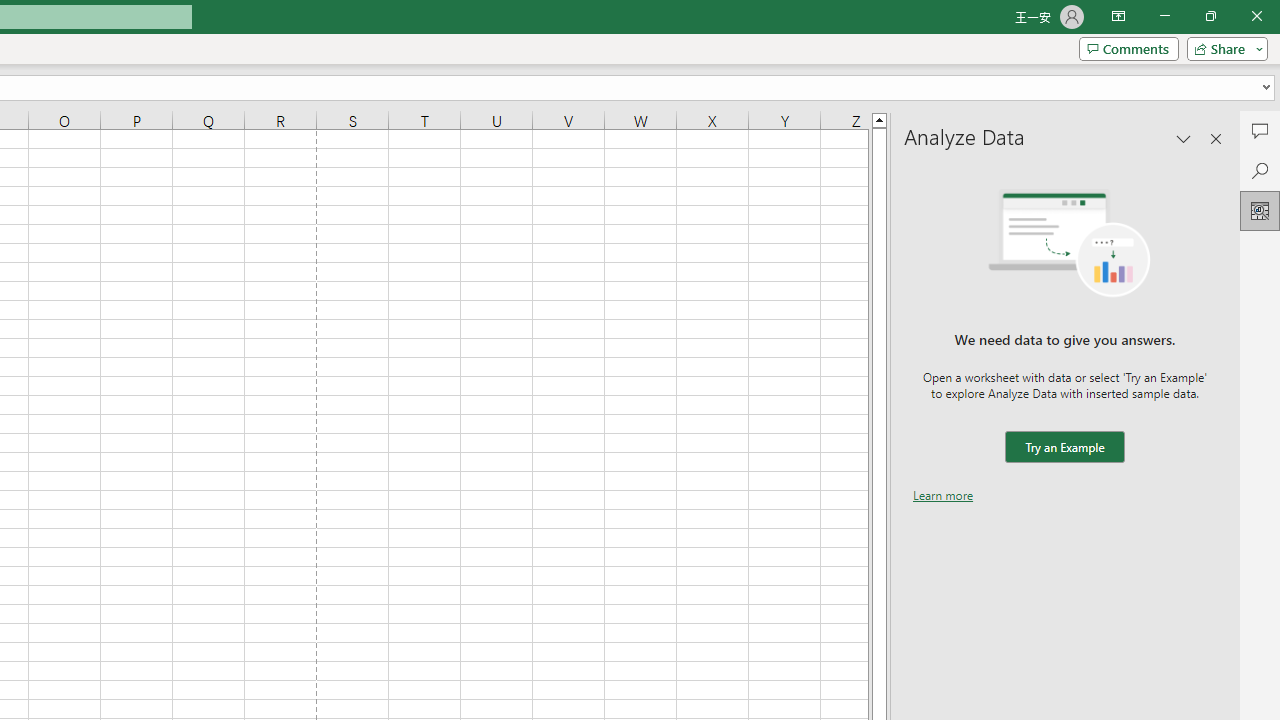  I want to click on 'Restore Down', so click(1209, 16).